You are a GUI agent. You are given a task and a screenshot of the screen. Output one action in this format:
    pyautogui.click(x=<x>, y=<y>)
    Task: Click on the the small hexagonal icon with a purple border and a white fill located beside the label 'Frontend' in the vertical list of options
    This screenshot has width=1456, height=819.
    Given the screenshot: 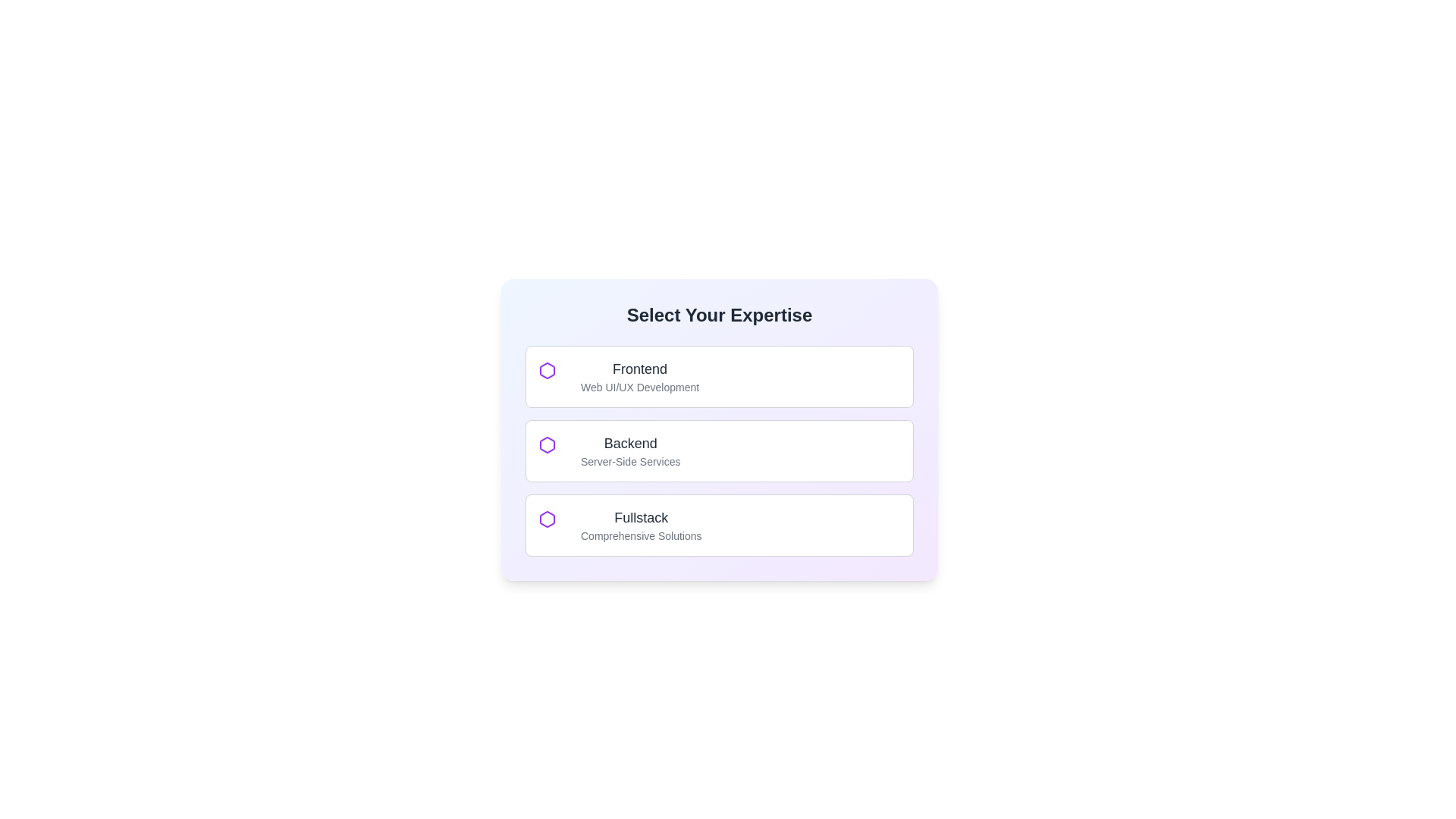 What is the action you would take?
    pyautogui.click(x=546, y=371)
    